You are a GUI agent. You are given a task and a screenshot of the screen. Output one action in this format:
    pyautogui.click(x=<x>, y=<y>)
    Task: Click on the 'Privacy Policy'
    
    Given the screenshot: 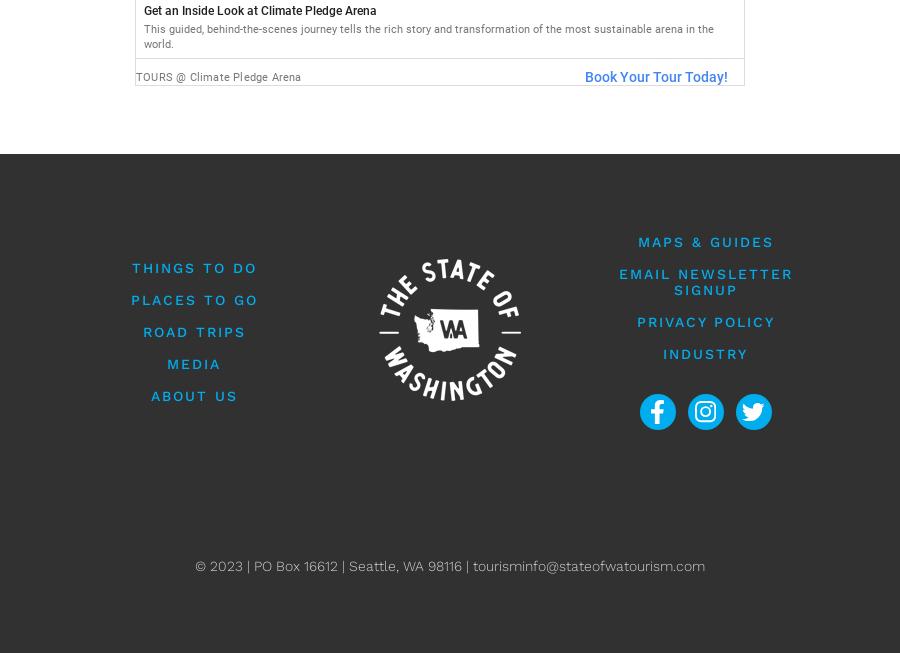 What is the action you would take?
    pyautogui.click(x=703, y=320)
    